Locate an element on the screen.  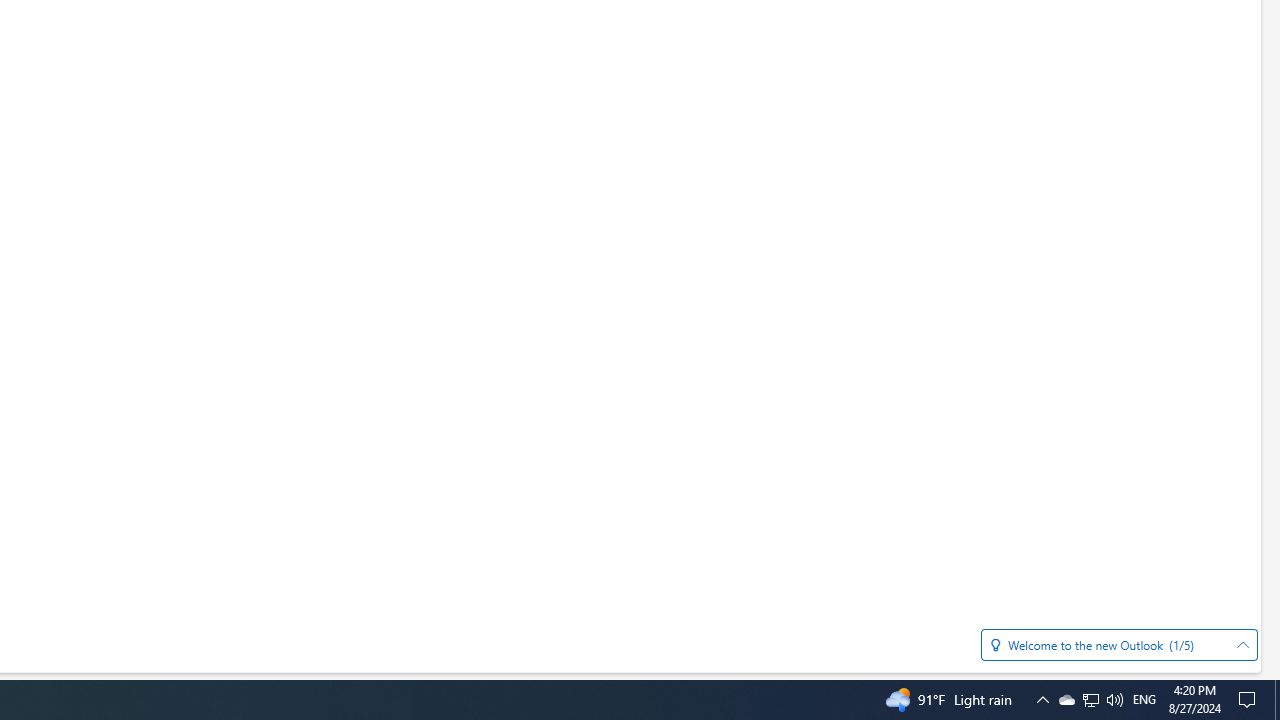
'Tray Input Indicator - English (United States)' is located at coordinates (1144, 698).